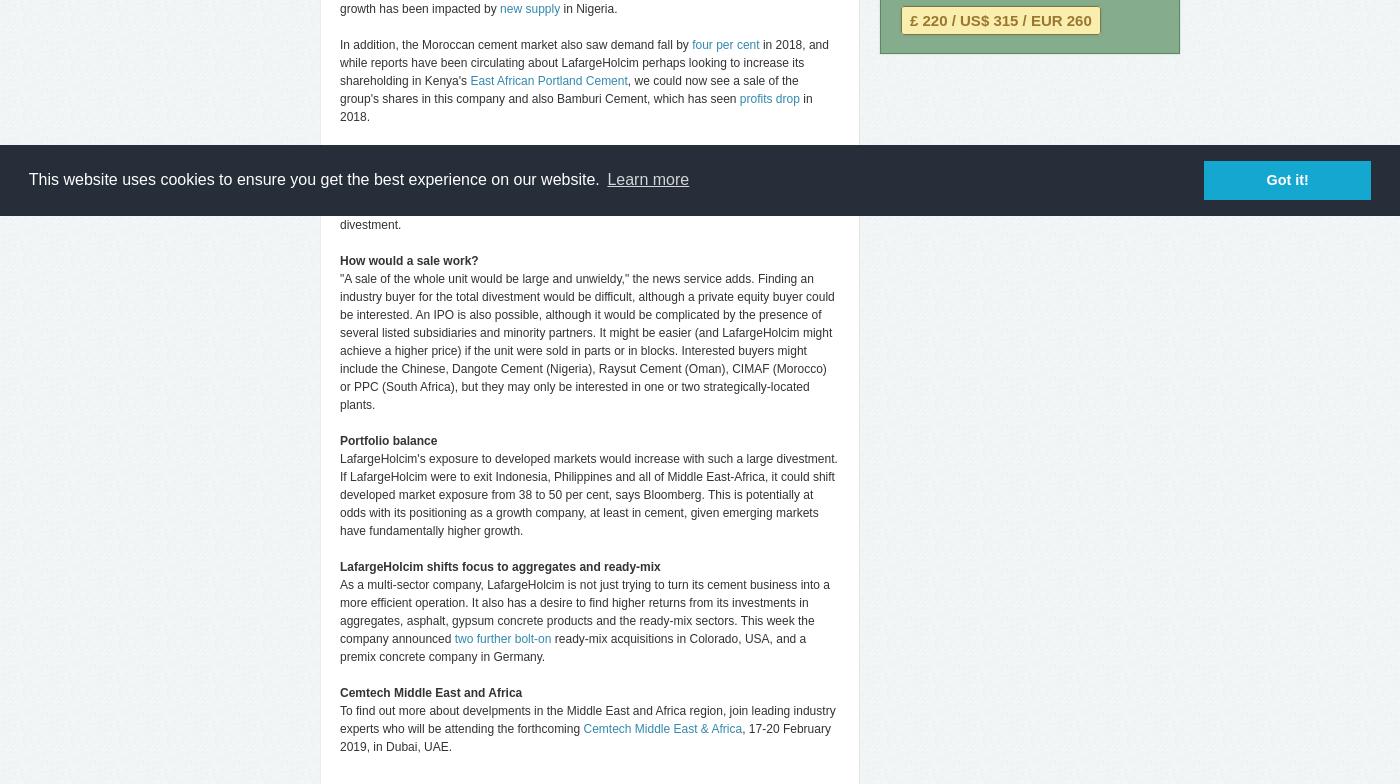 The height and width of the screenshot is (784, 1400). Describe the element at coordinates (548, 80) in the screenshot. I see `'East African Portland Cement'` at that location.